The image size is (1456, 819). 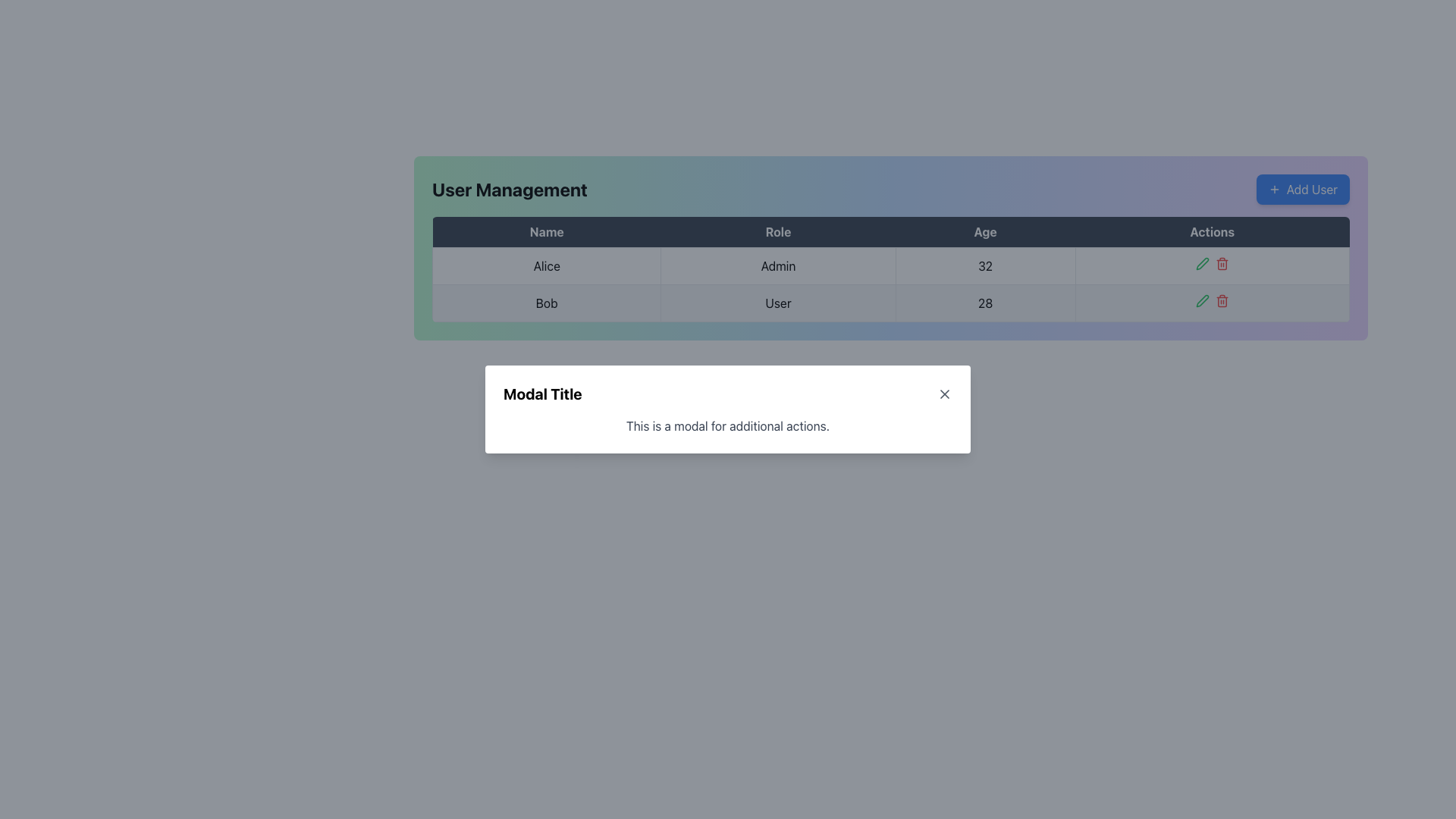 I want to click on descriptive text block located below the title 'Modal Title' in the central part of the modal's content area, so click(x=728, y=426).